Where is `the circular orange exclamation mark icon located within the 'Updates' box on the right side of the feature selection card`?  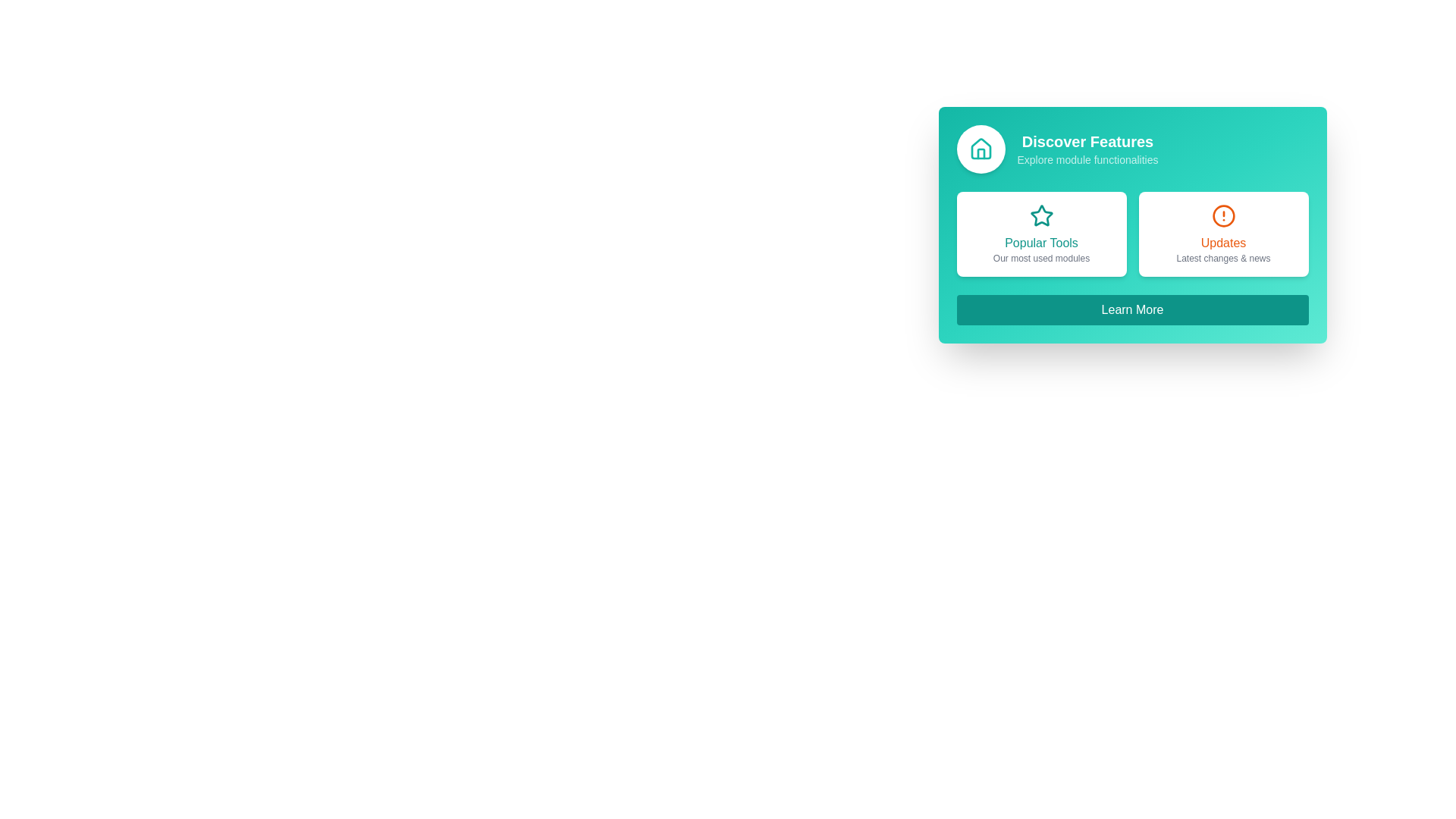
the circular orange exclamation mark icon located within the 'Updates' box on the right side of the feature selection card is located at coordinates (1223, 216).